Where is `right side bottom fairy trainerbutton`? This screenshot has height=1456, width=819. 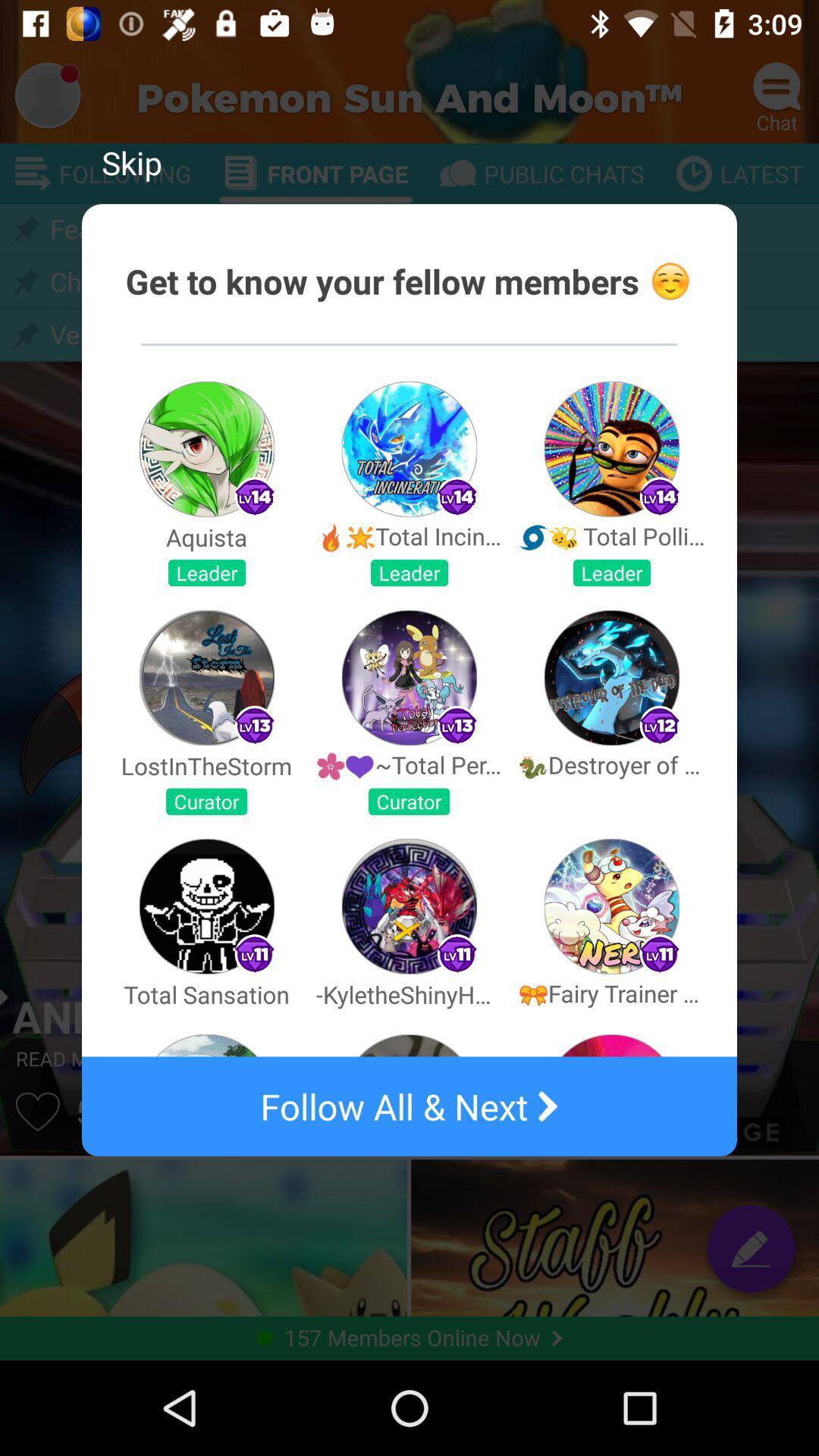 right side bottom fairy trainerbutton is located at coordinates (610, 906).